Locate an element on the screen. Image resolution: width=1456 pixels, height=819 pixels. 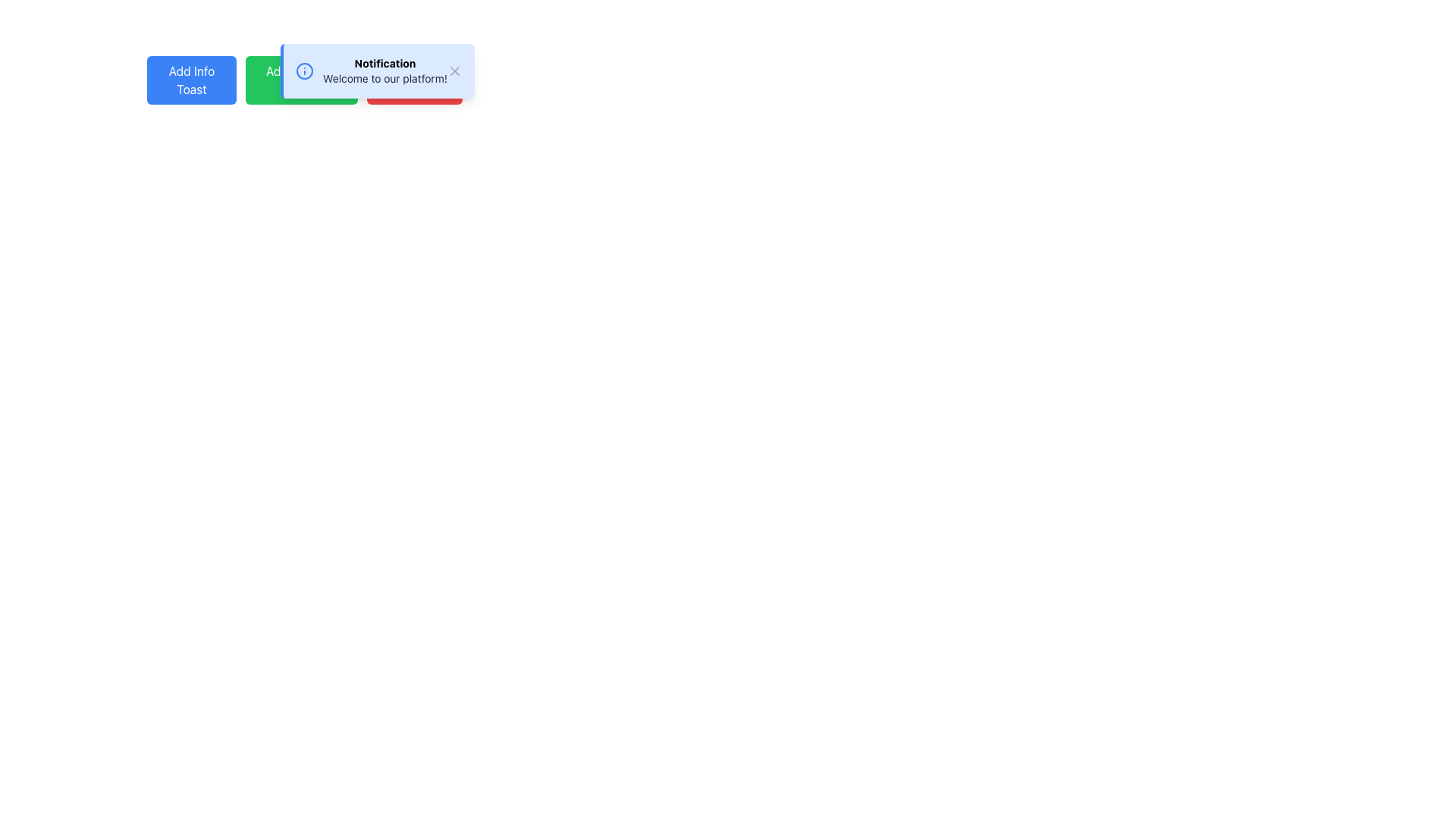
the green rectangular button labeled 'Add Success Toast' is located at coordinates (302, 80).